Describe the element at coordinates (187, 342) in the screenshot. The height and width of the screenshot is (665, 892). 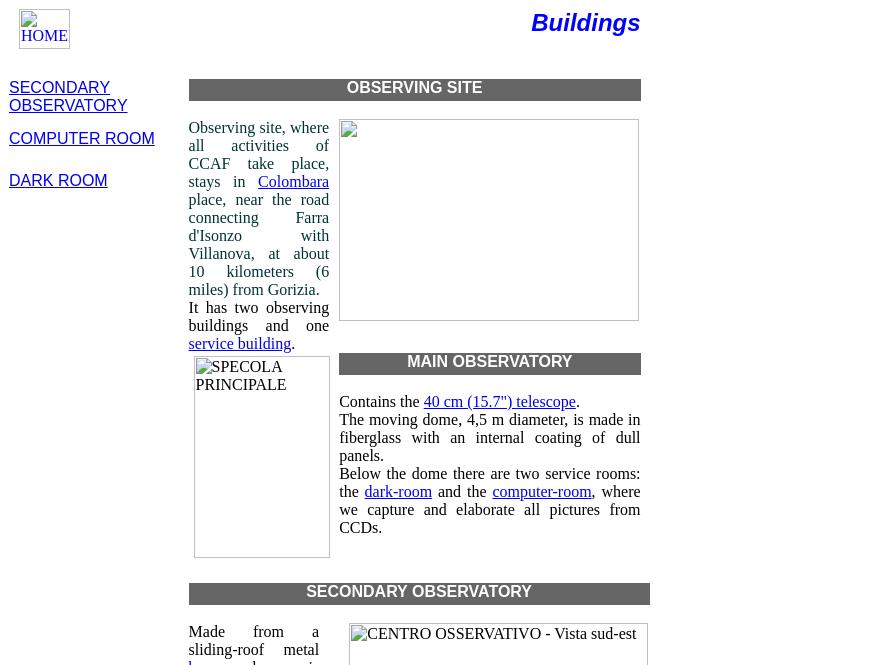
I see `'service building'` at that location.